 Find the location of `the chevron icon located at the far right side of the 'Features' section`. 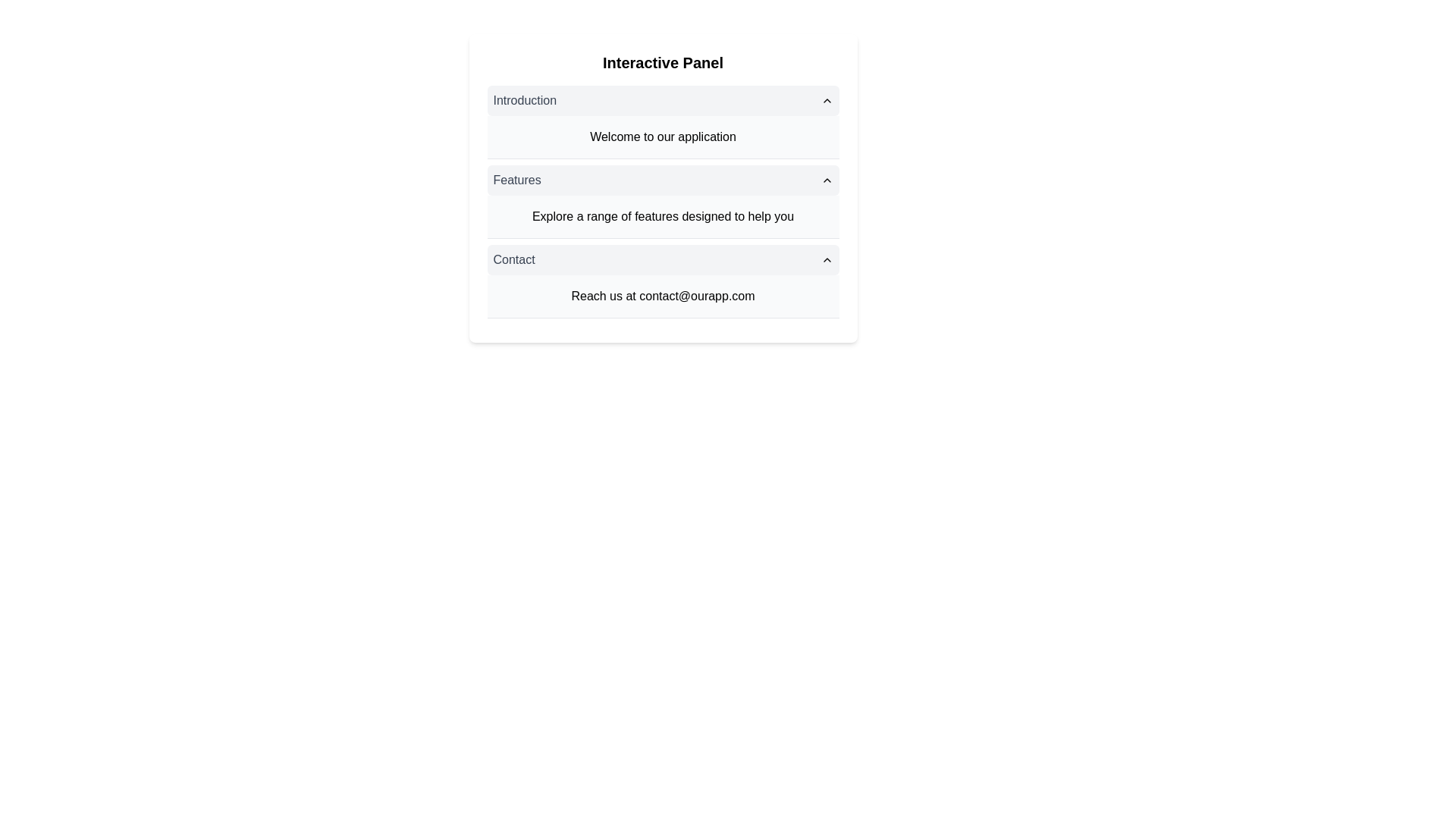

the chevron icon located at the far right side of the 'Features' section is located at coordinates (826, 180).